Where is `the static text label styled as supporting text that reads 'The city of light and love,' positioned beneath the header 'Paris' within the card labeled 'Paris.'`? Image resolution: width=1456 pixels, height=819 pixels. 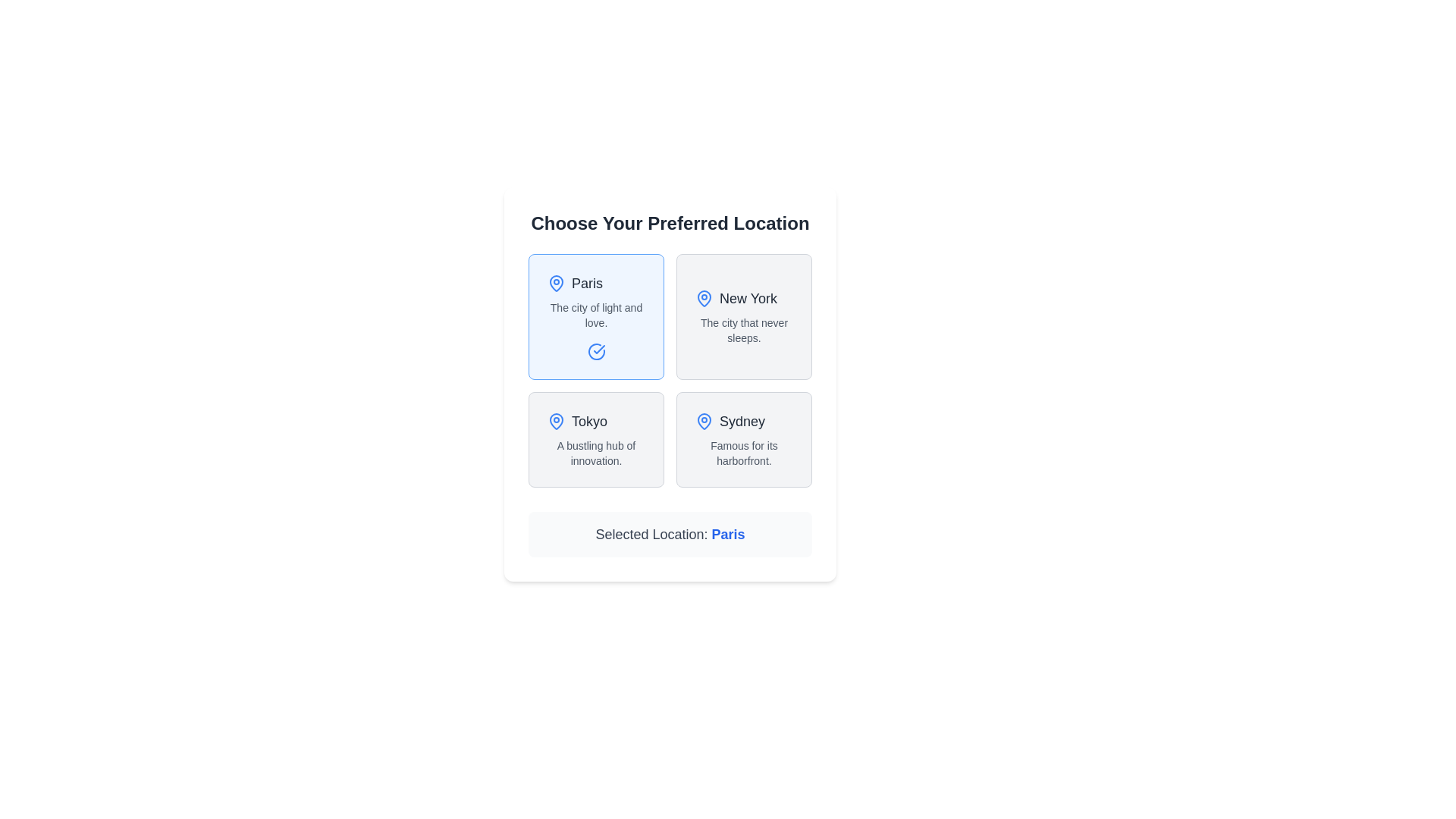
the static text label styled as supporting text that reads 'The city of light and love,' positioned beneath the header 'Paris' within the card labeled 'Paris.' is located at coordinates (595, 315).